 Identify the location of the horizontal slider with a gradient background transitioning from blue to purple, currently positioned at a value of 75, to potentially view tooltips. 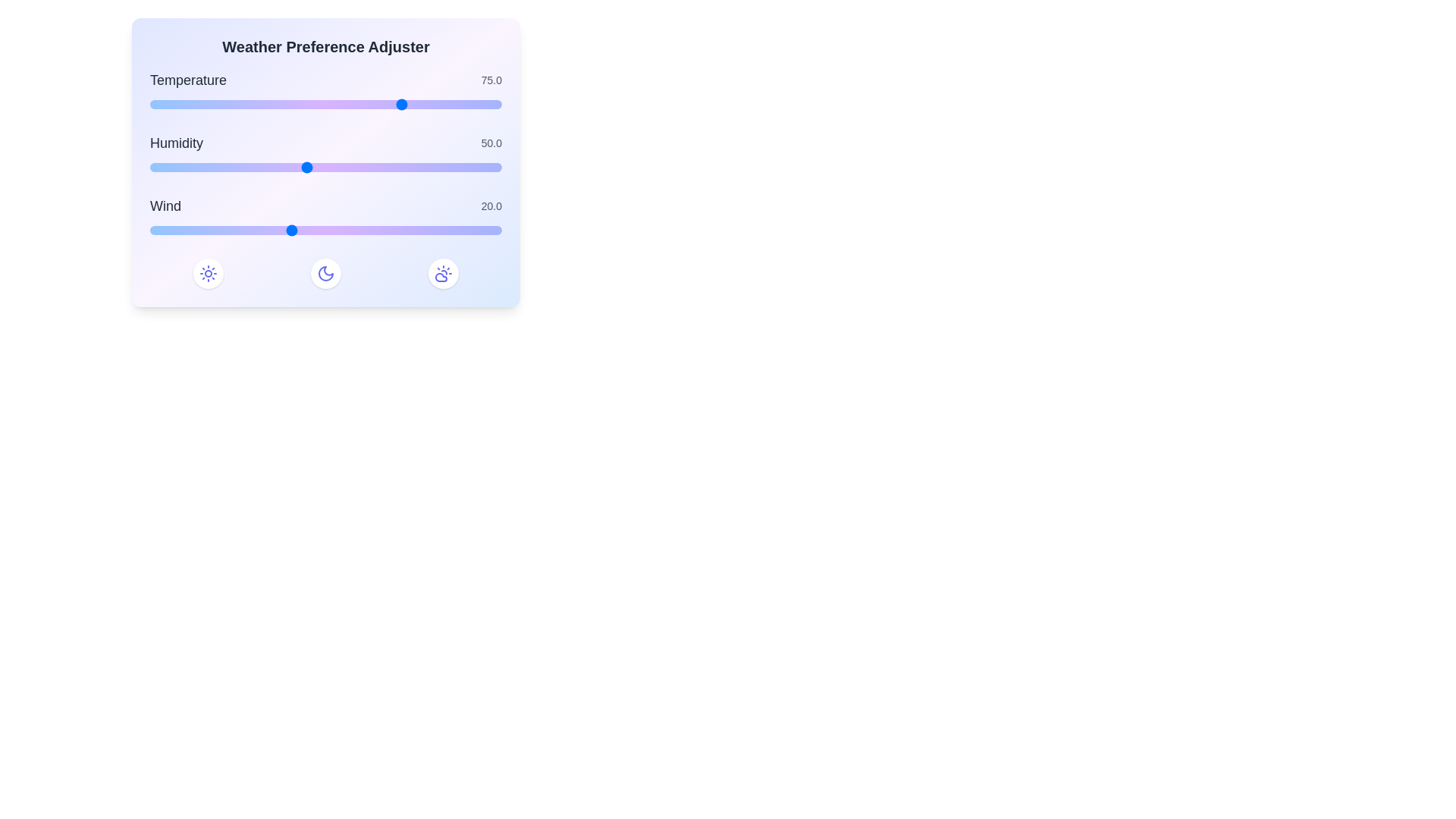
(325, 104).